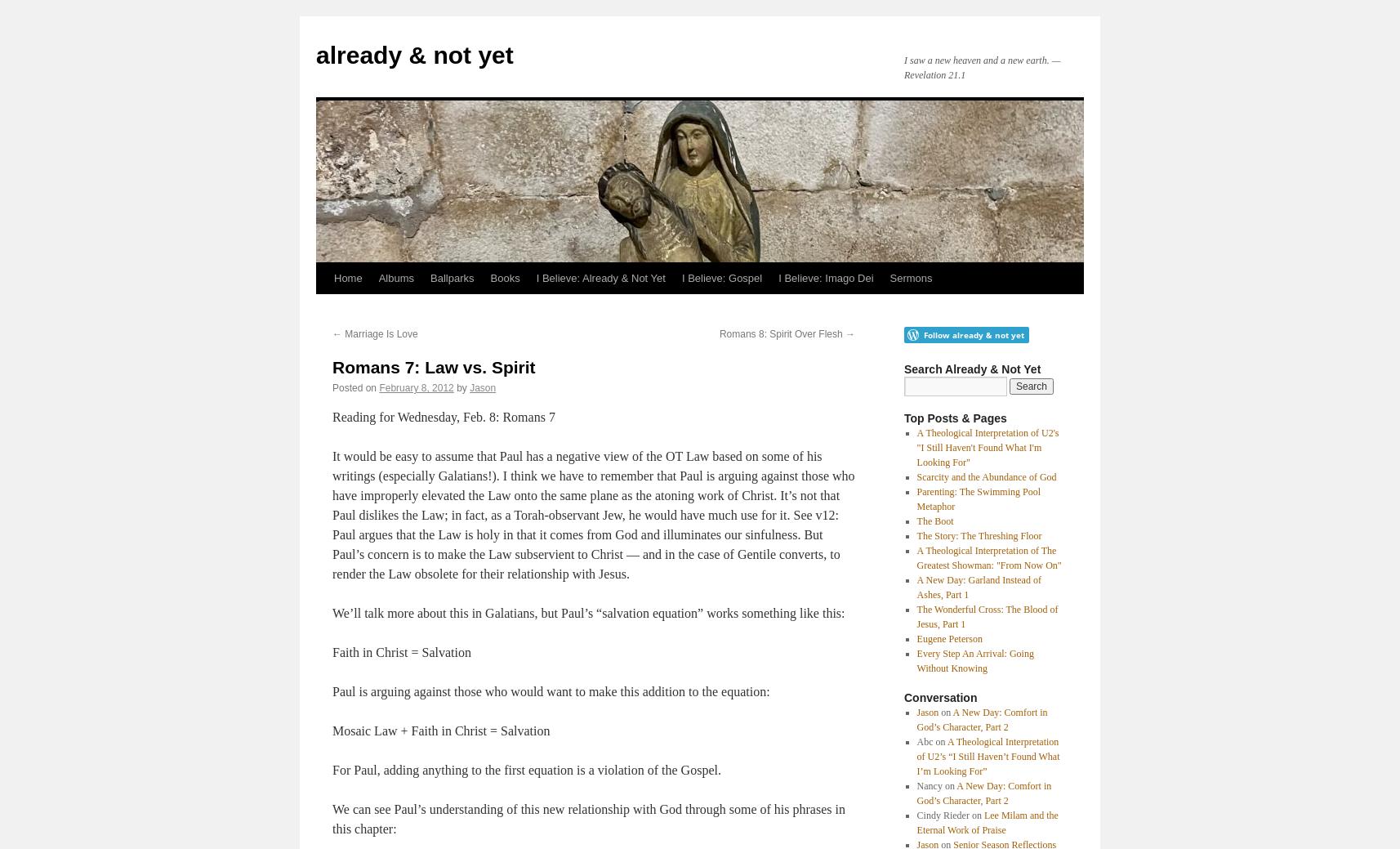 The image size is (1400, 849). I want to click on 'Paul is arguing against those who would want to make this addition to the equation:', so click(550, 690).